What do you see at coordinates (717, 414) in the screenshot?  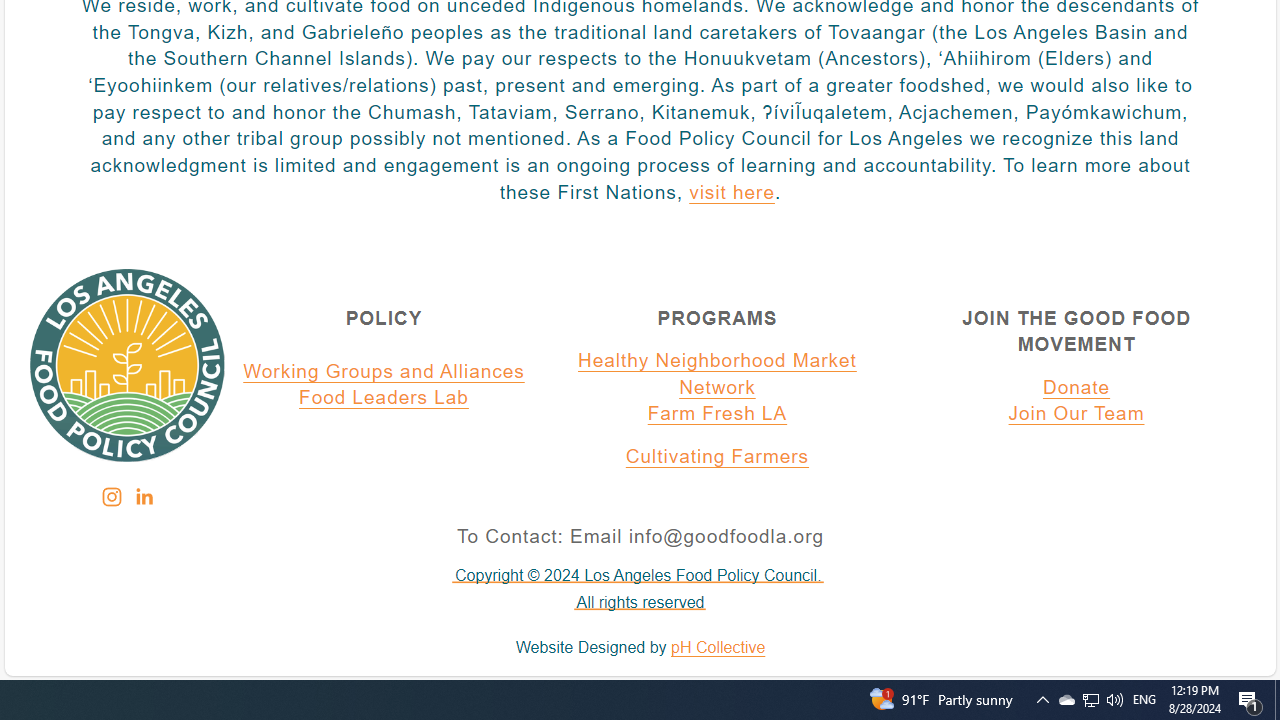 I see `'Farm Fresh LA'` at bounding box center [717, 414].